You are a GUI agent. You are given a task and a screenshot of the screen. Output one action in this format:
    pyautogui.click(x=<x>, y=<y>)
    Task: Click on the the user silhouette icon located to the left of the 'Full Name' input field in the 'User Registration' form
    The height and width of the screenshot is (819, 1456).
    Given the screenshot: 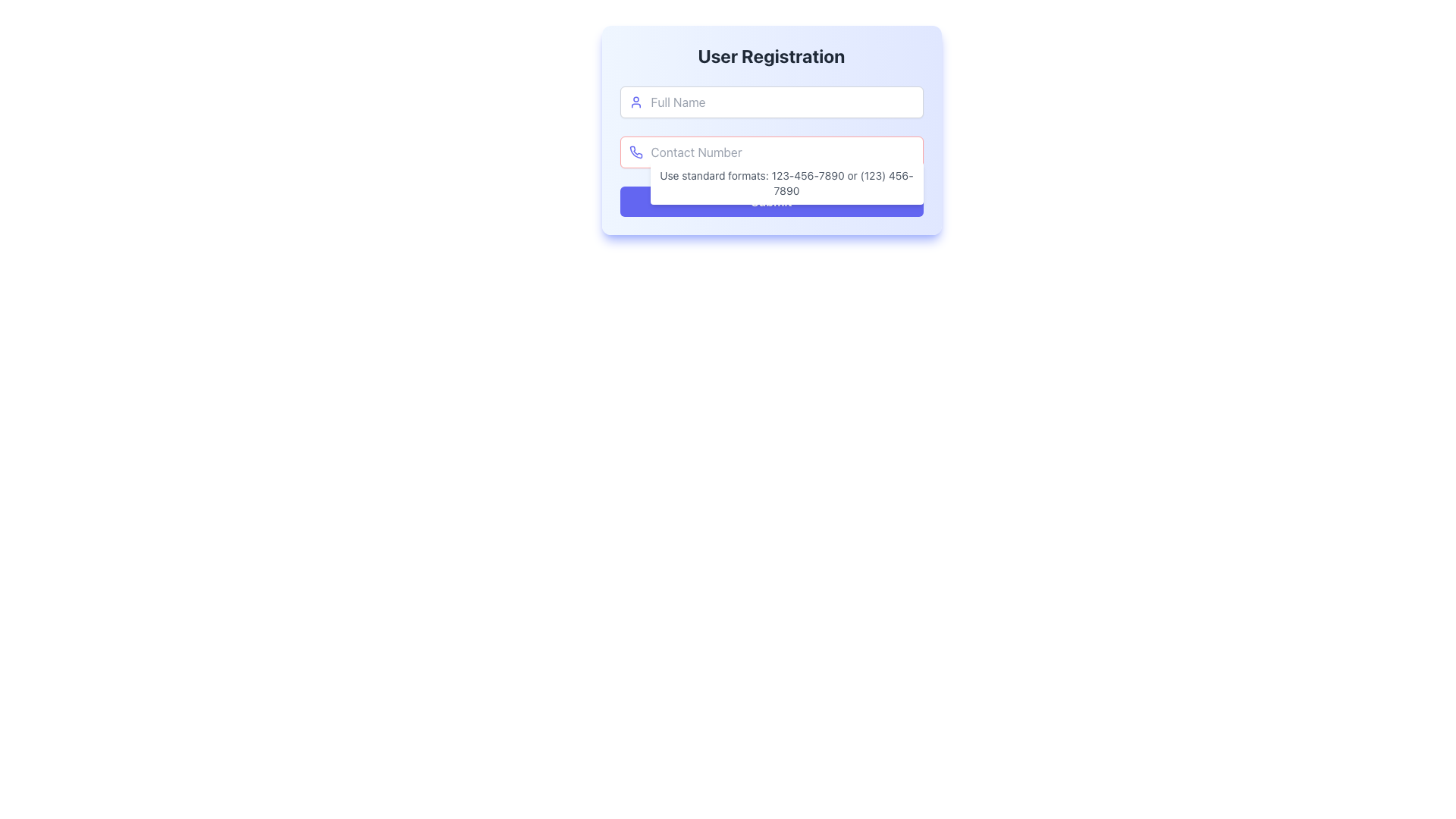 What is the action you would take?
    pyautogui.click(x=635, y=102)
    